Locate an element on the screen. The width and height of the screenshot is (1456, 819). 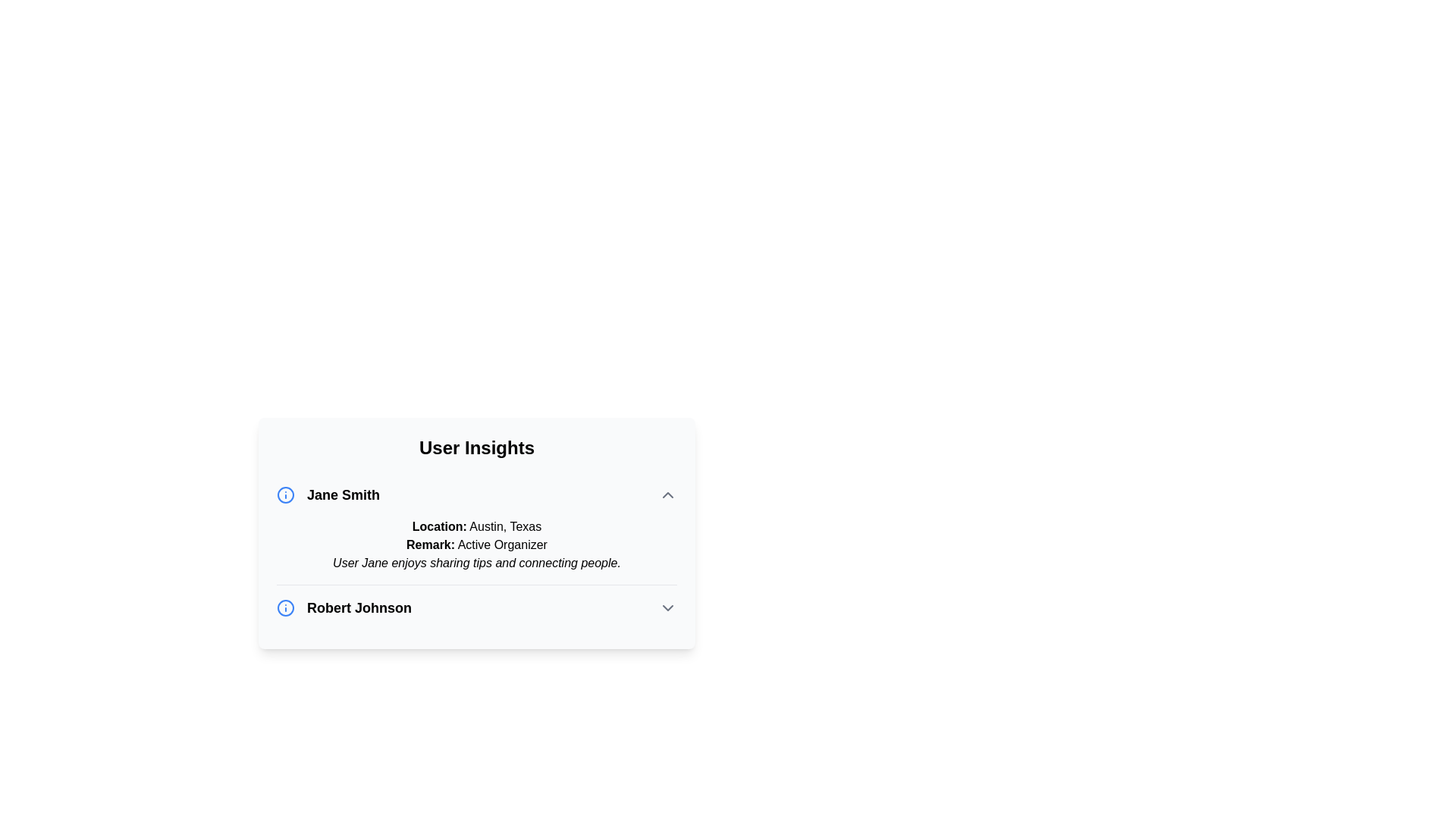
the informative icon associated with the 'Jane Smith' user entry in the 'User Insights' section is located at coordinates (286, 494).